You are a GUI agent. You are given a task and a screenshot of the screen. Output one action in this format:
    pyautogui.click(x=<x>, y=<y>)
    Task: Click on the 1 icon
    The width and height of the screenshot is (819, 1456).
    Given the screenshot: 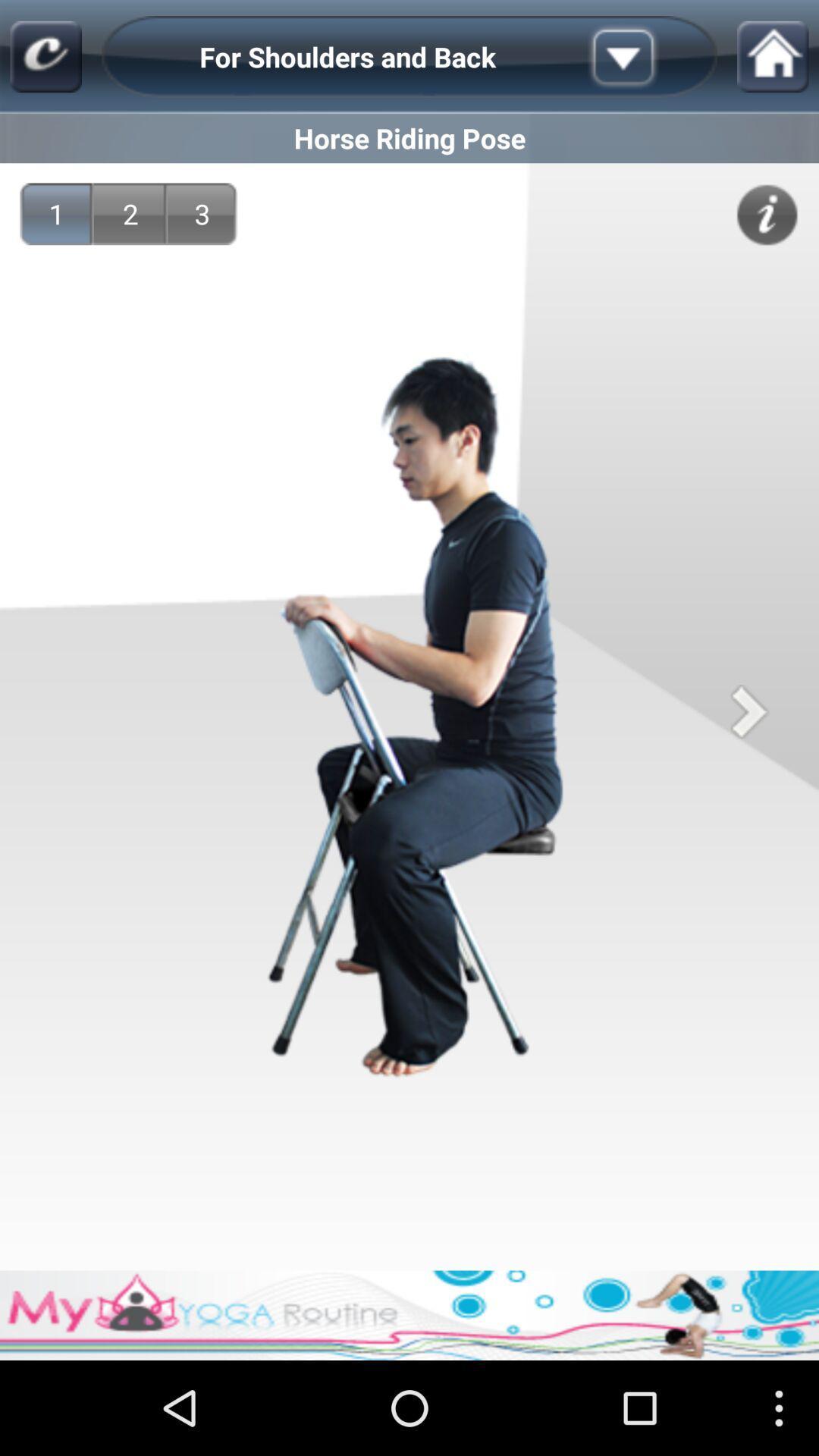 What is the action you would take?
    pyautogui.click(x=55, y=213)
    